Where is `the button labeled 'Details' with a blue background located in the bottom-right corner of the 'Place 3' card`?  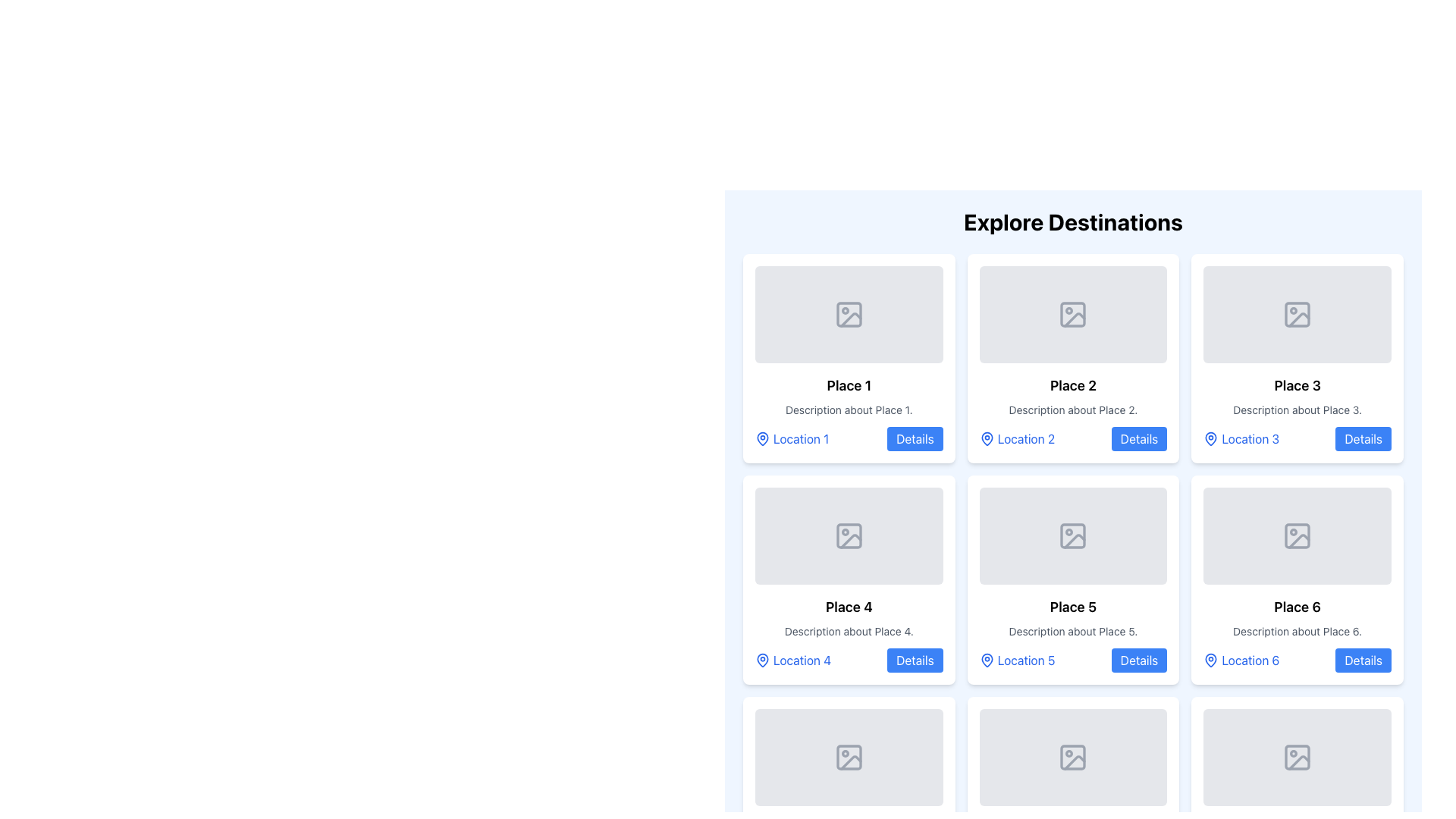 the button labeled 'Details' with a blue background located in the bottom-right corner of the 'Place 3' card is located at coordinates (1363, 438).